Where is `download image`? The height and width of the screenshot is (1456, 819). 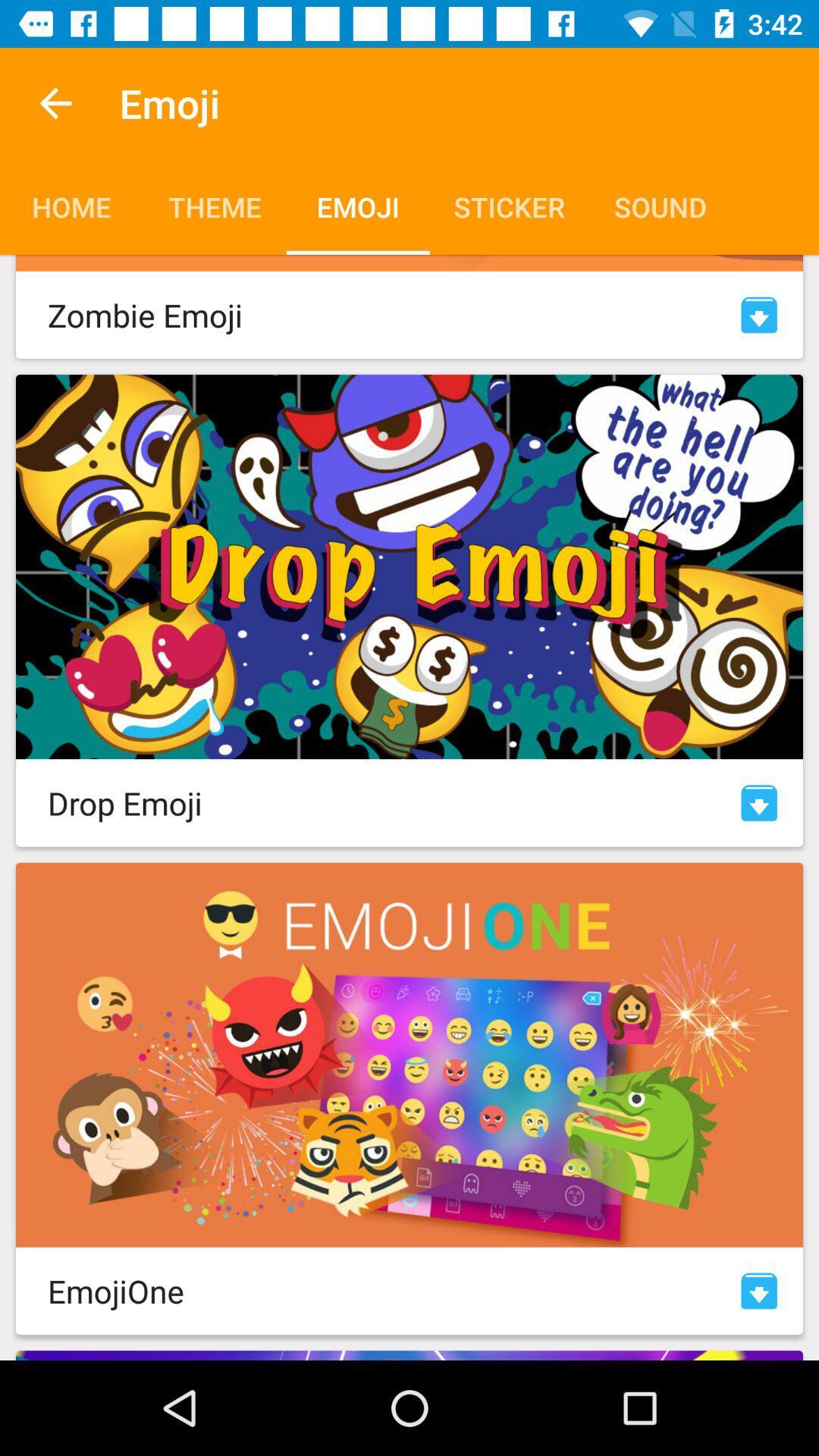
download image is located at coordinates (759, 802).